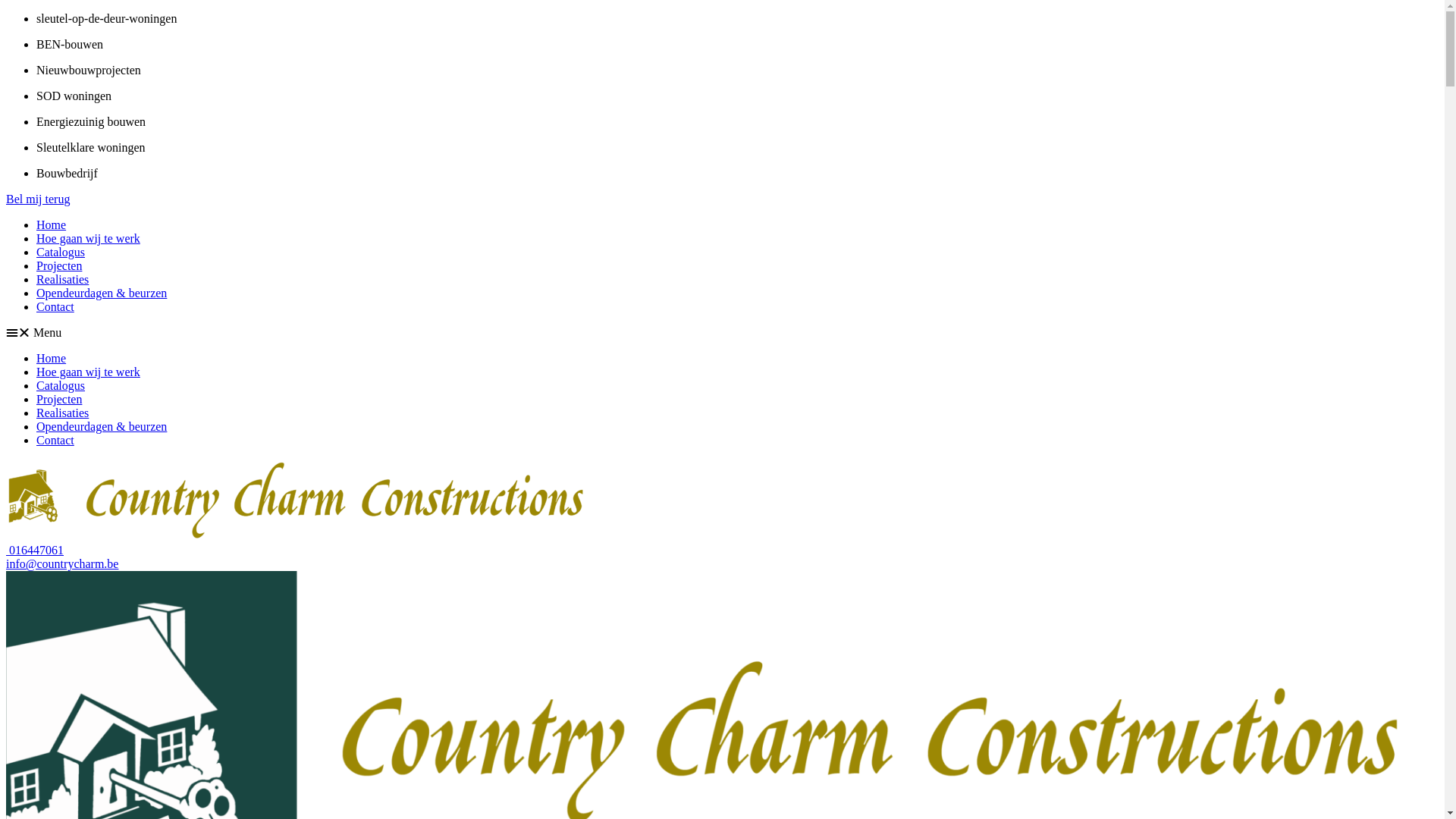  Describe the element at coordinates (61, 413) in the screenshot. I see `'Realisaties'` at that location.